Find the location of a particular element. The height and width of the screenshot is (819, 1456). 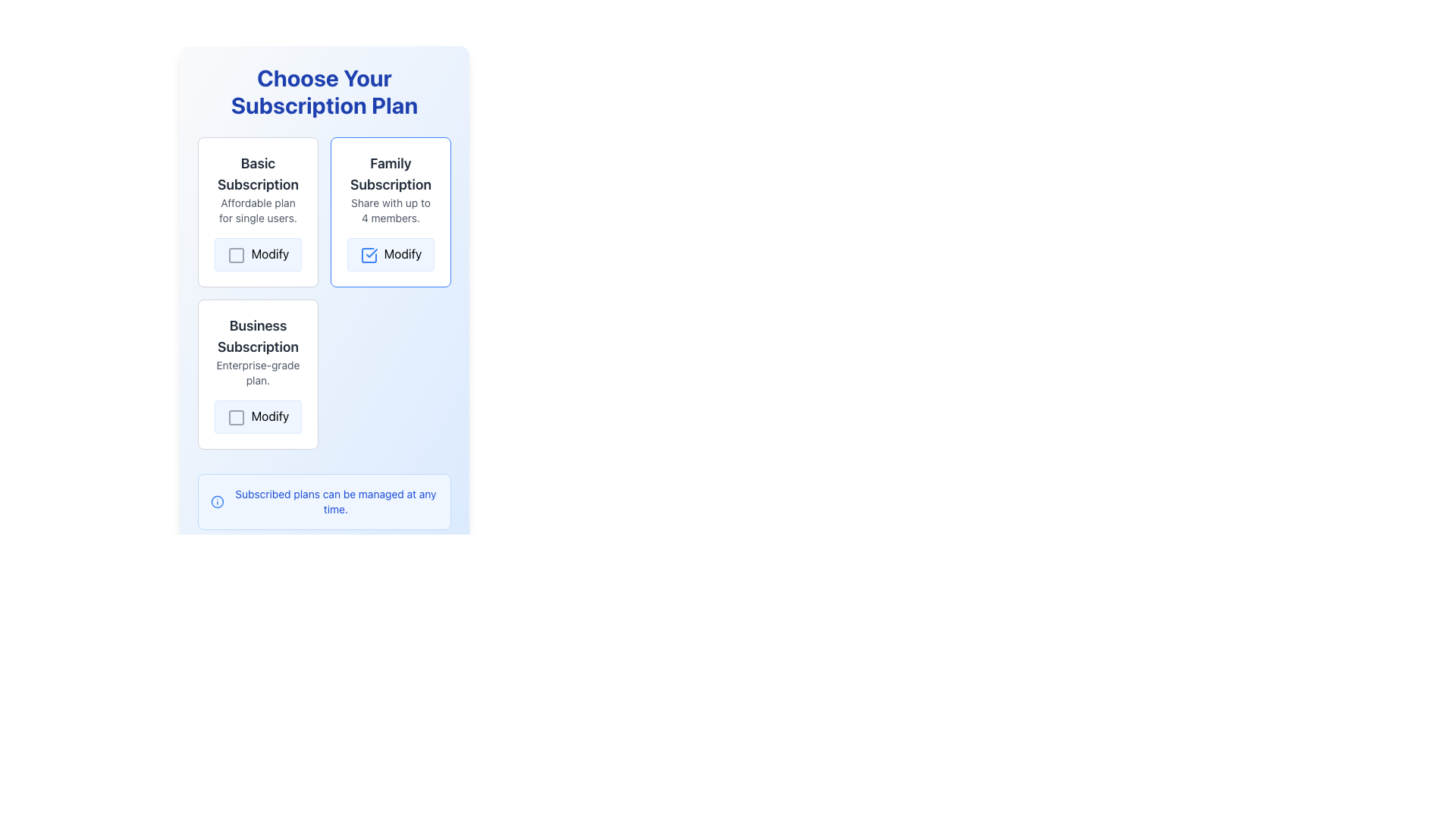

the blue square icon with a checkmark inside, which is located within the 'Modify' button of the 'Family Subscription' section is located at coordinates (369, 254).